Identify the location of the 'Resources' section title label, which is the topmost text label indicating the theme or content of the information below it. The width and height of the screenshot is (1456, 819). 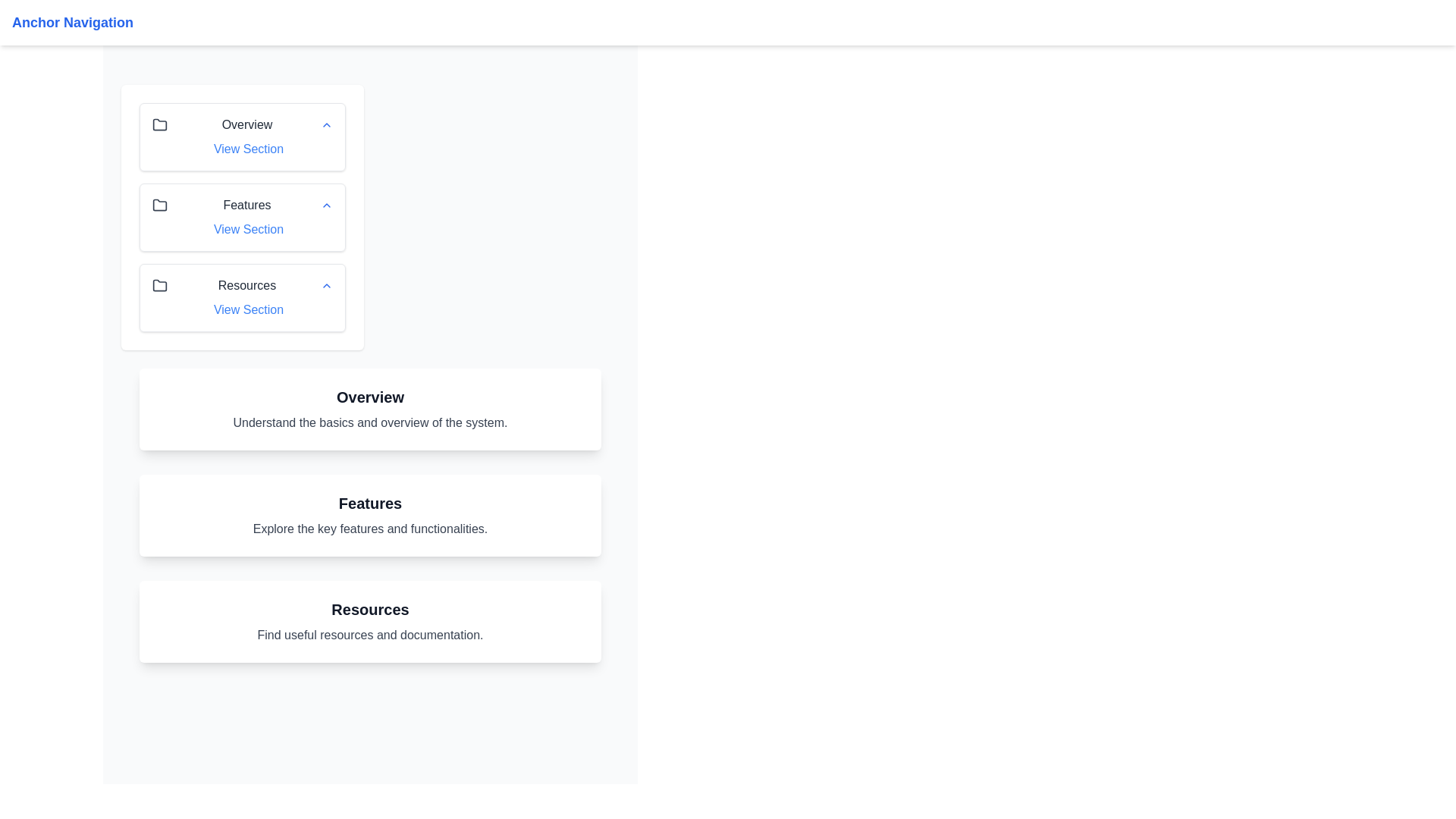
(370, 608).